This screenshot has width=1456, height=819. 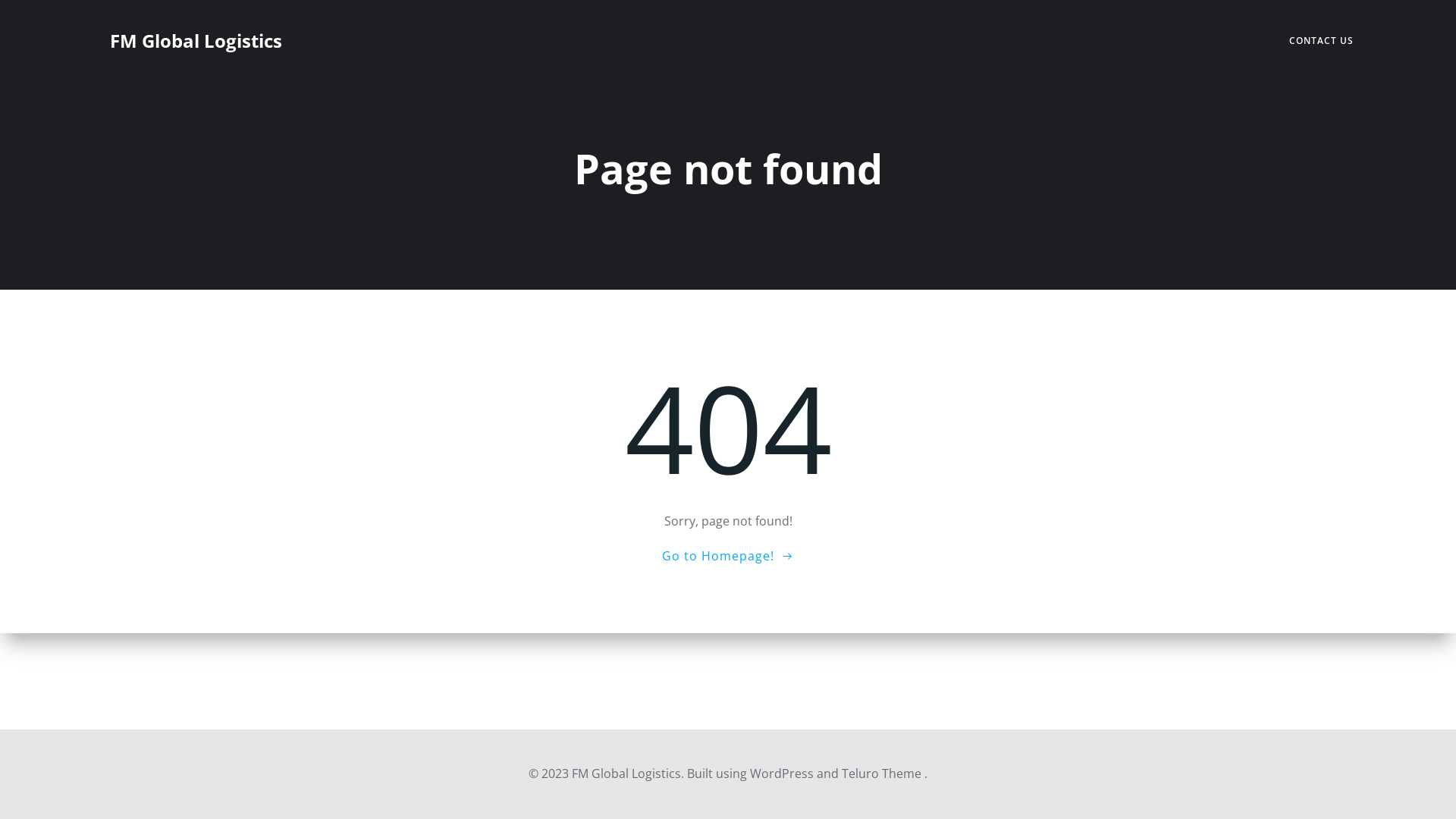 I want to click on 'FM Global Logistics', so click(x=195, y=40).